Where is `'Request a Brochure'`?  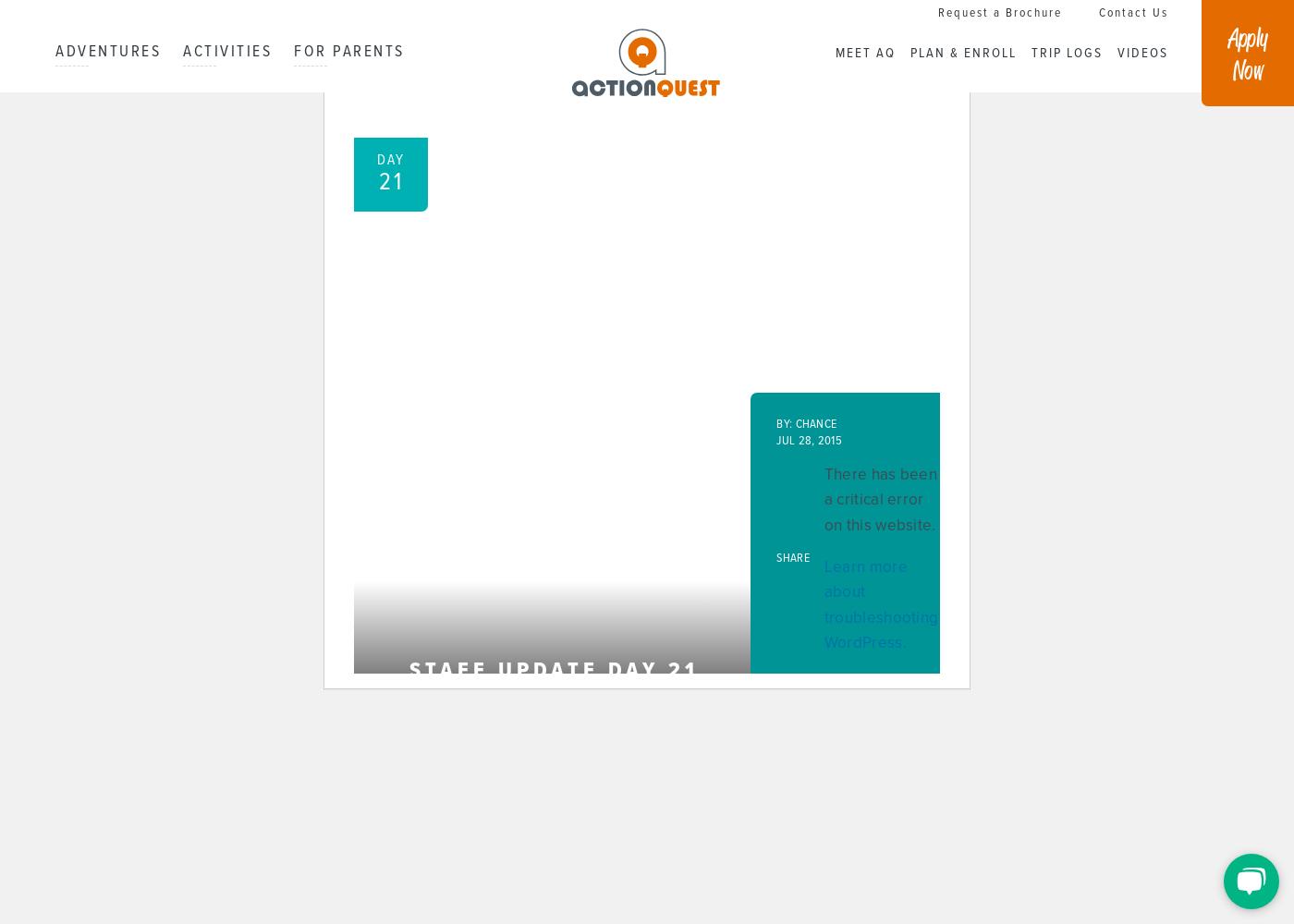
'Request a Brochure' is located at coordinates (1000, 13).